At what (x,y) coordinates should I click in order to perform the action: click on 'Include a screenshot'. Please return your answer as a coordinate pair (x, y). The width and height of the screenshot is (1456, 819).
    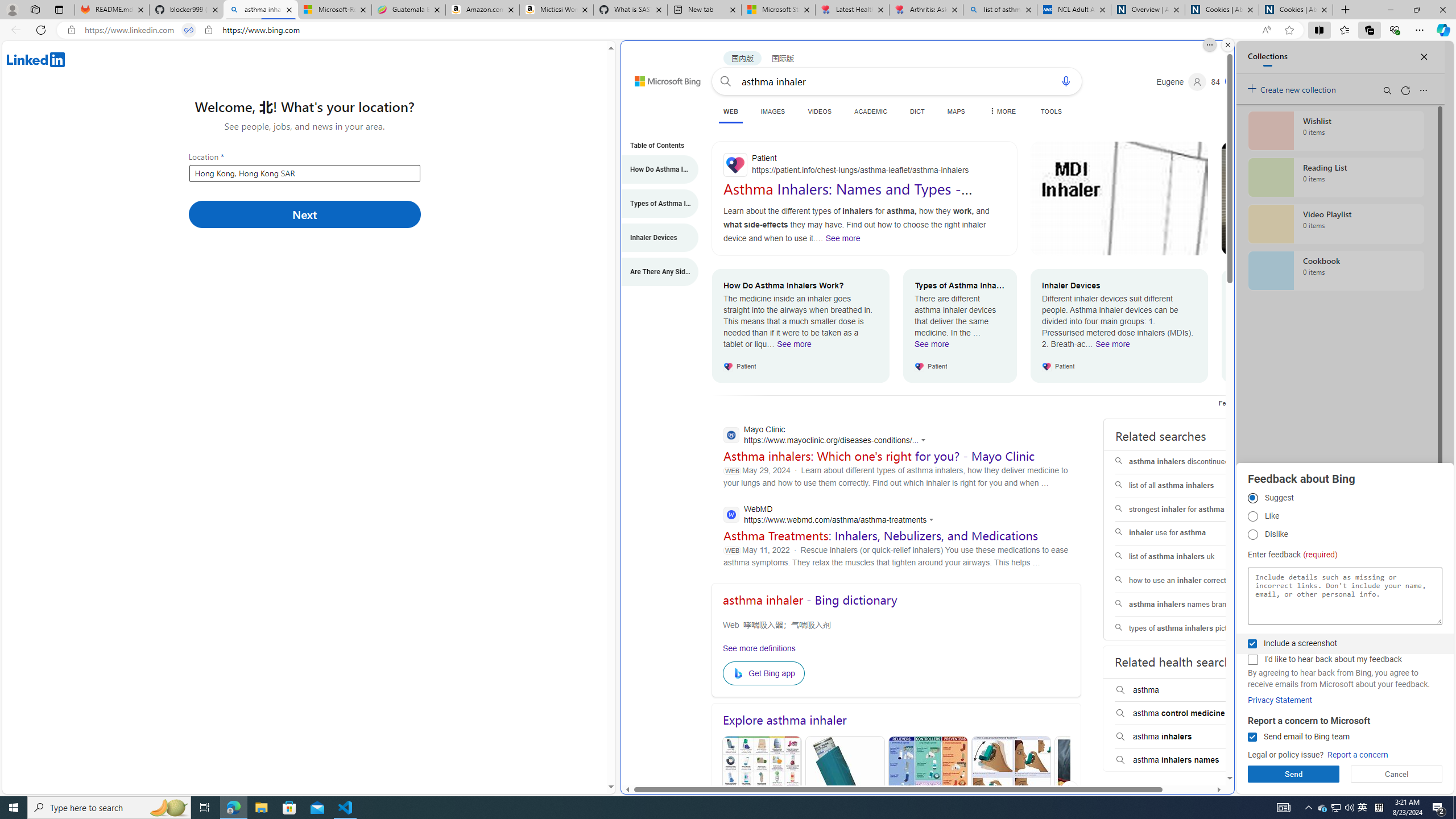
    Looking at the image, I should click on (1252, 643).